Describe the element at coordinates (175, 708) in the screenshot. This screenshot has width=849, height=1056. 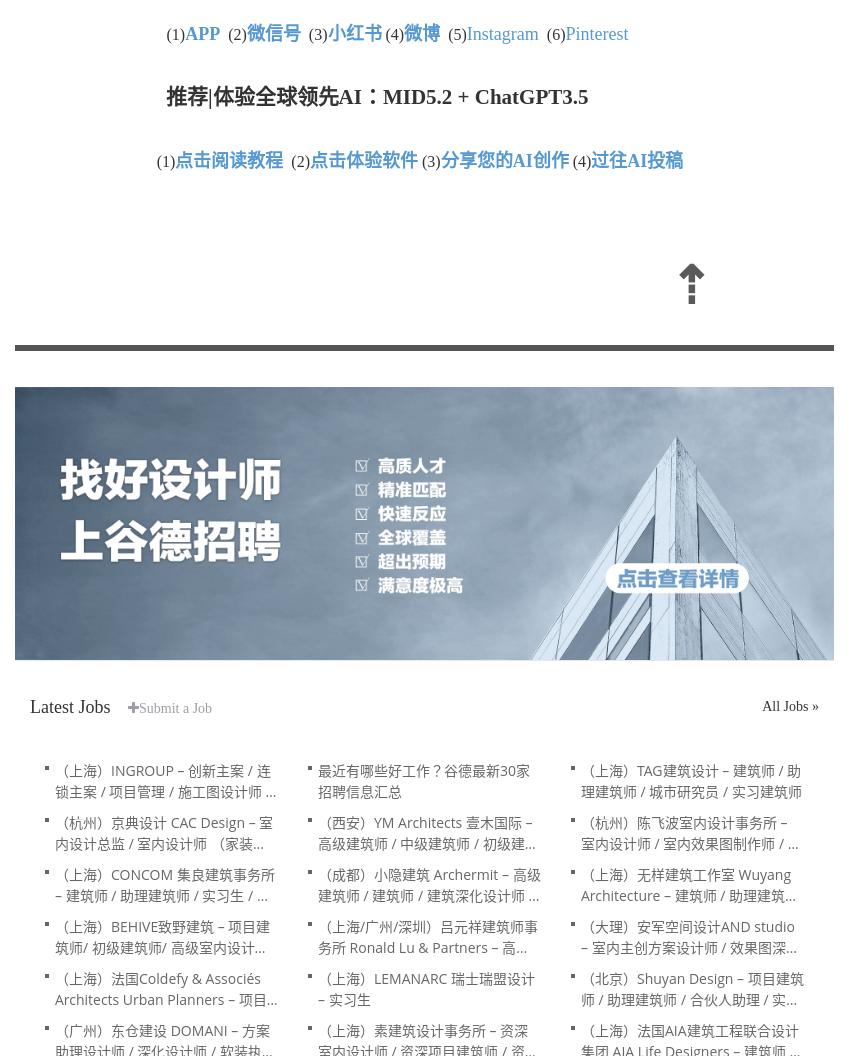
I see `'Submit a Job'` at that location.